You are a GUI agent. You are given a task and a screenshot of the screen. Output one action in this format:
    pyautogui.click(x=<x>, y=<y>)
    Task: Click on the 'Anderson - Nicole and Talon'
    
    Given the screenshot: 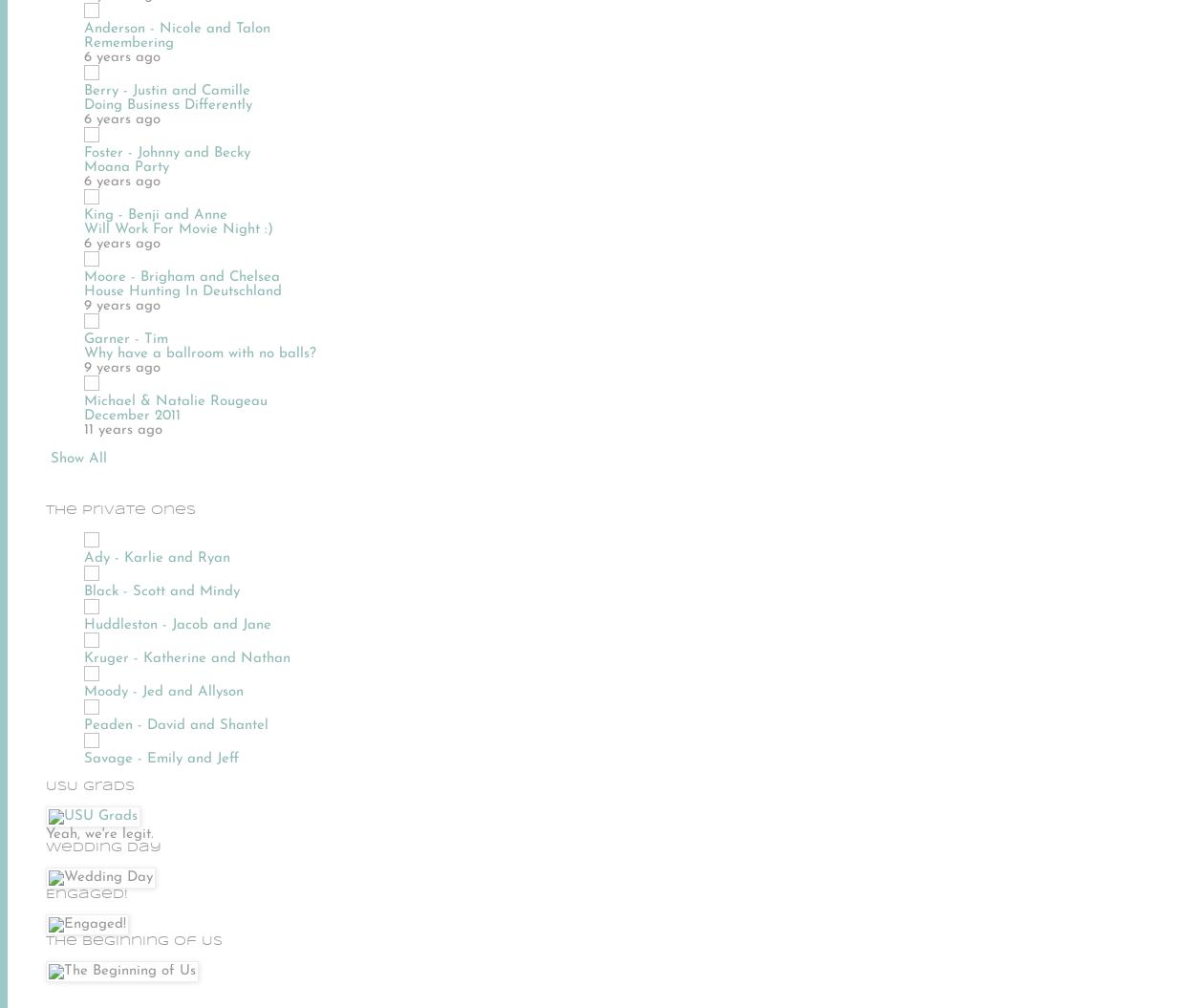 What is the action you would take?
    pyautogui.click(x=177, y=28)
    